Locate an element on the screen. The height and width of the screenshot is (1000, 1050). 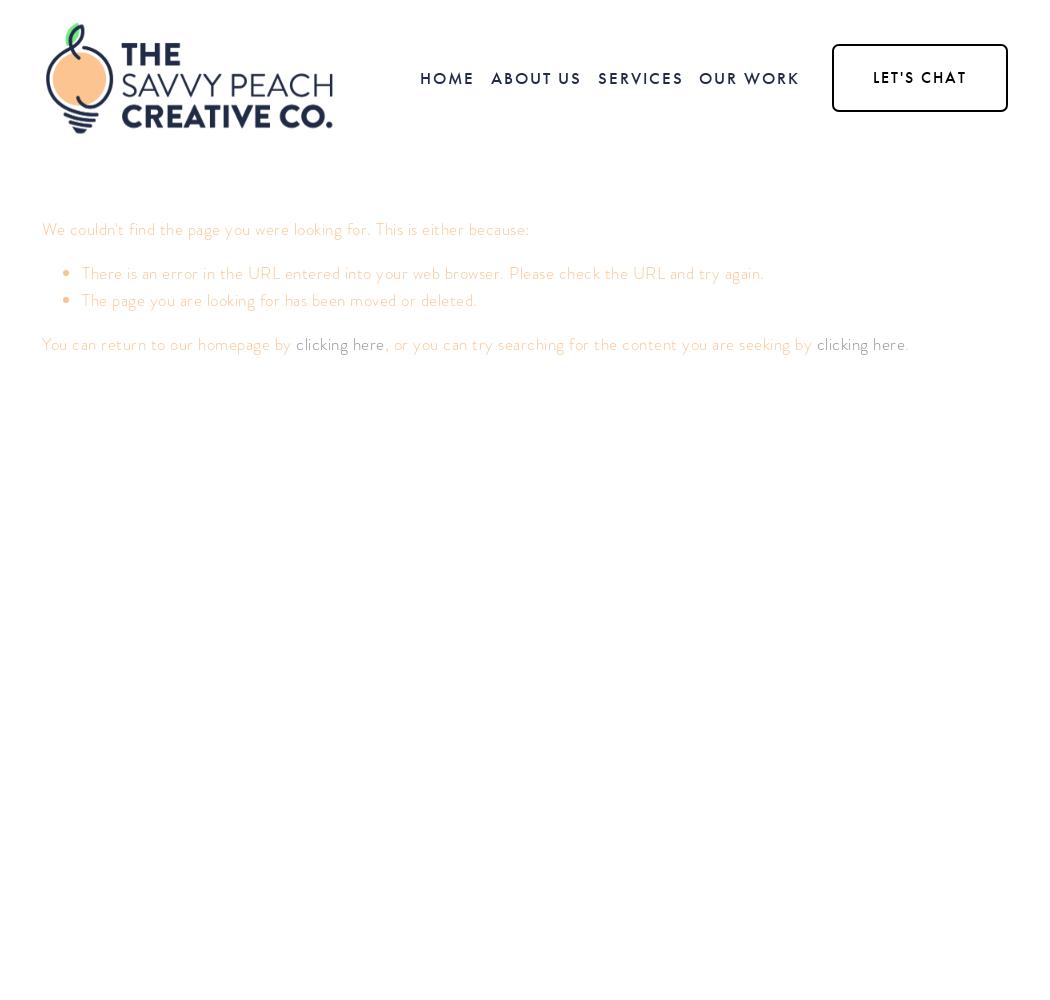
'The page you are looking for has been moved or deleted.' is located at coordinates (82, 299).